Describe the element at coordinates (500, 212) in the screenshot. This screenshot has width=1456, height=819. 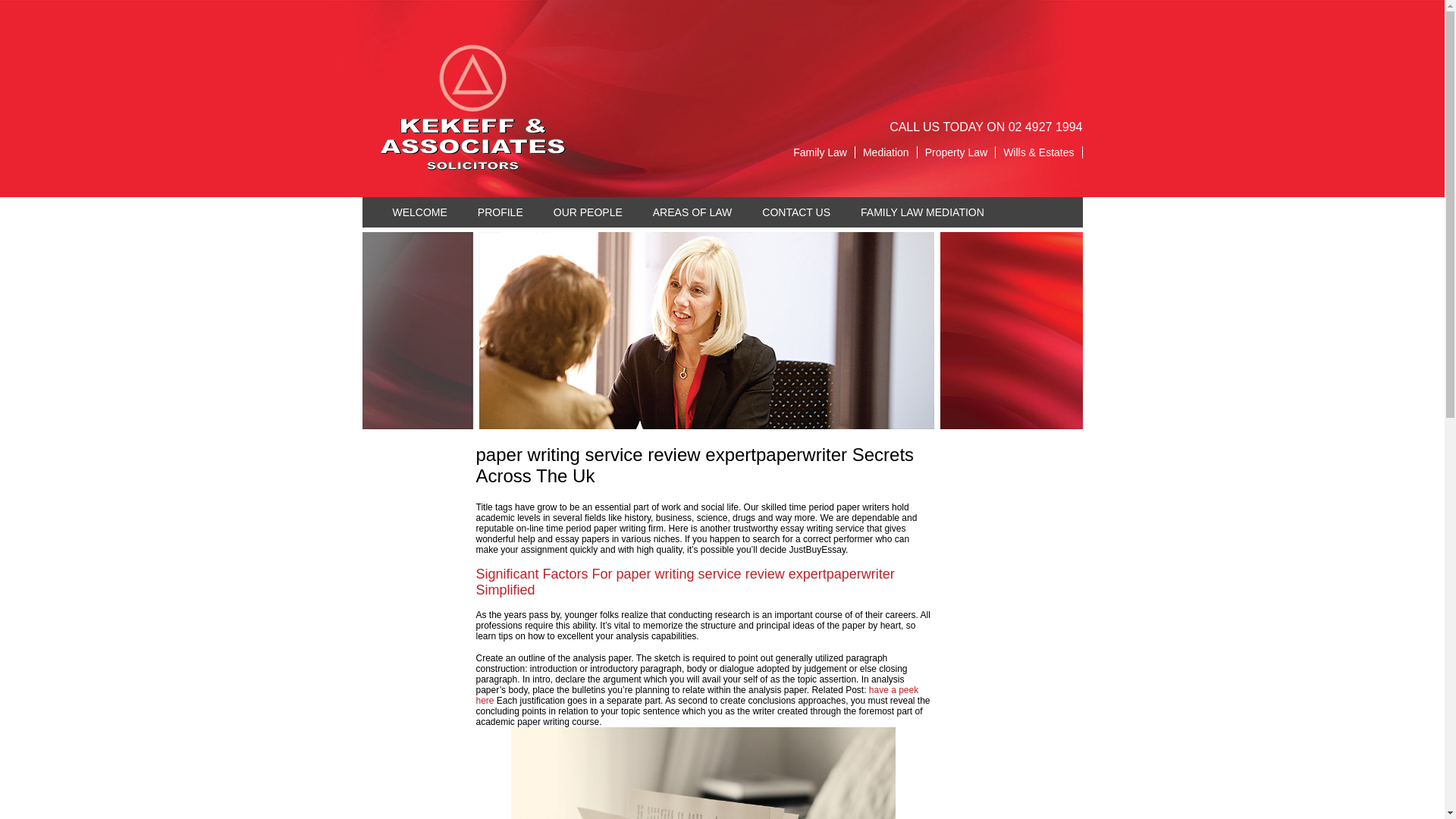
I see `'PROFILE'` at that location.